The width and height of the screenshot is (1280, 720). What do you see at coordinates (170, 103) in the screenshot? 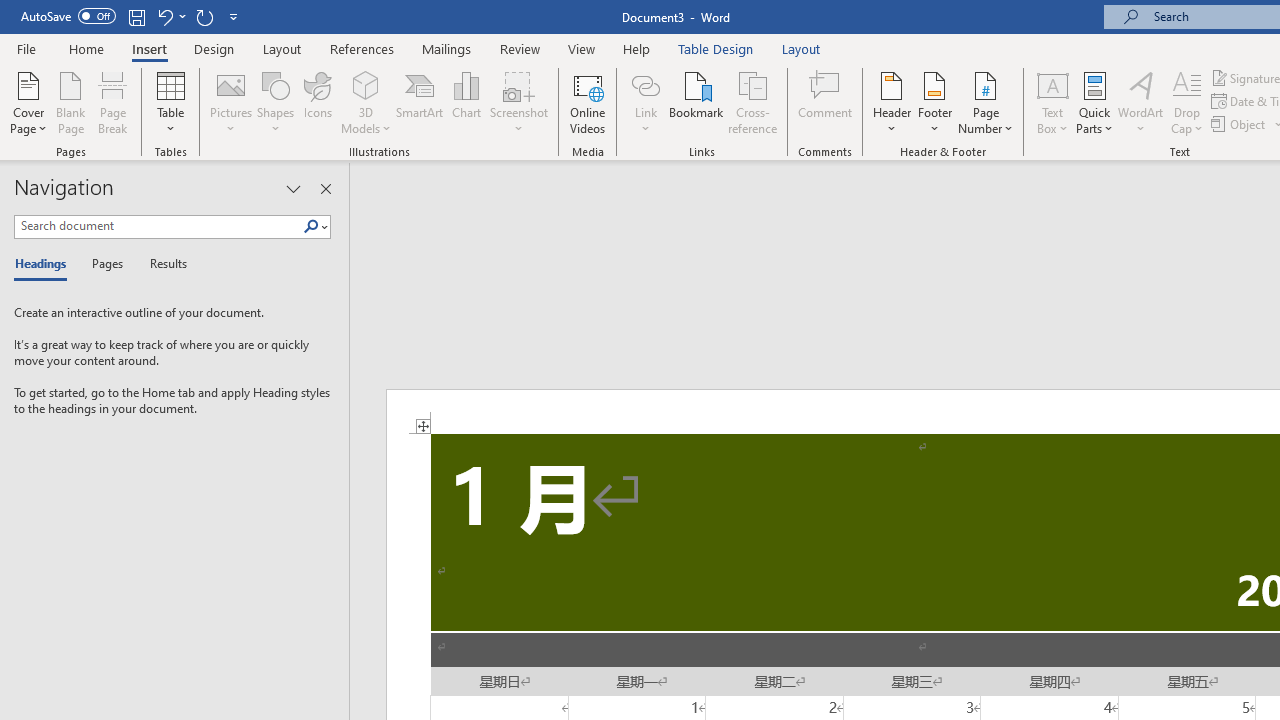
I see `'Table'` at bounding box center [170, 103].